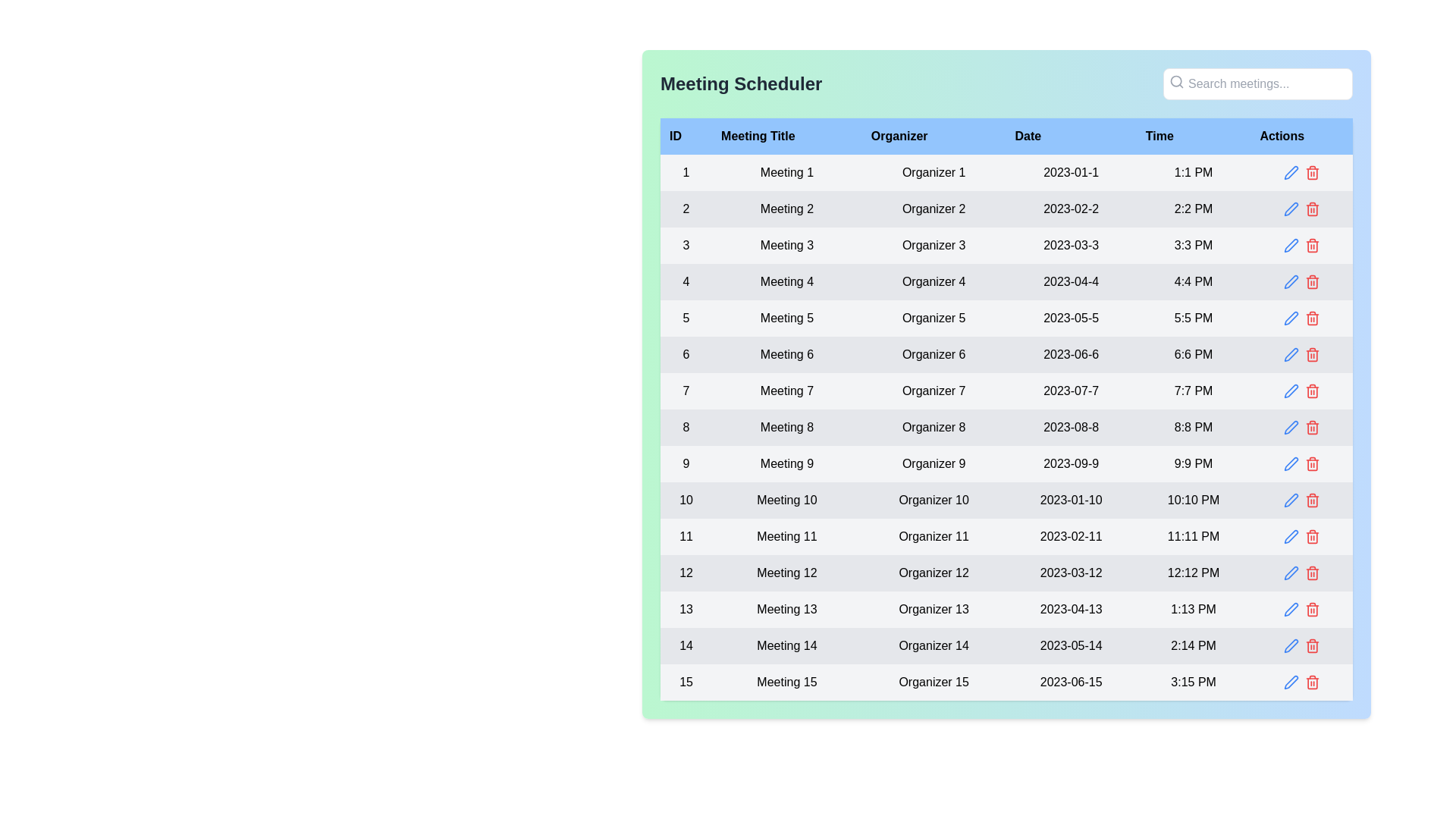 The width and height of the screenshot is (1456, 819). Describe the element at coordinates (1070, 646) in the screenshot. I see `date displayed in the 'Date' column of the 14th row, which corresponds to 'Meeting 14' and 'Organizer 14'` at that location.